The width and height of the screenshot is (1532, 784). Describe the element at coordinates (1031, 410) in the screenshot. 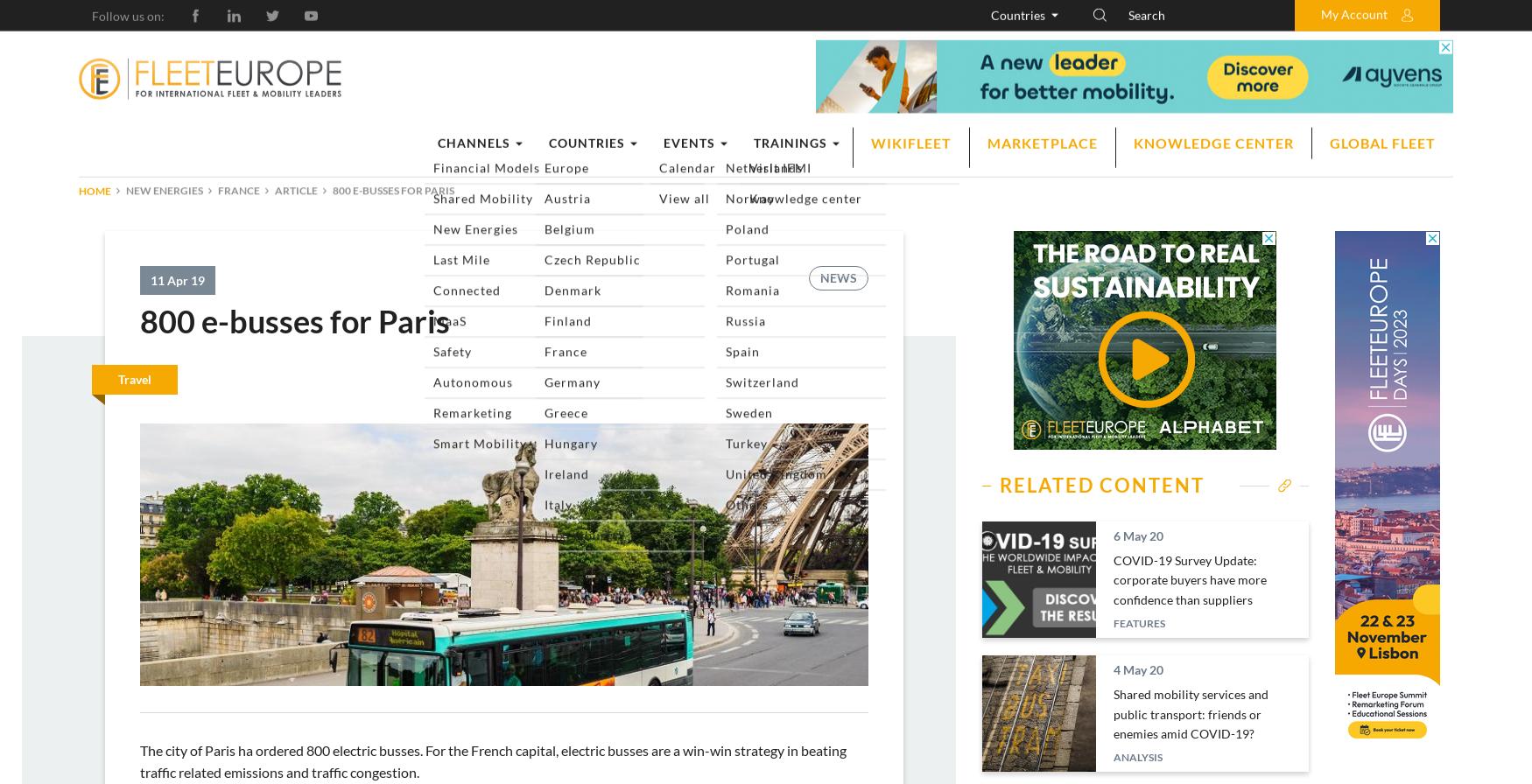

I see `'Romania'` at that location.